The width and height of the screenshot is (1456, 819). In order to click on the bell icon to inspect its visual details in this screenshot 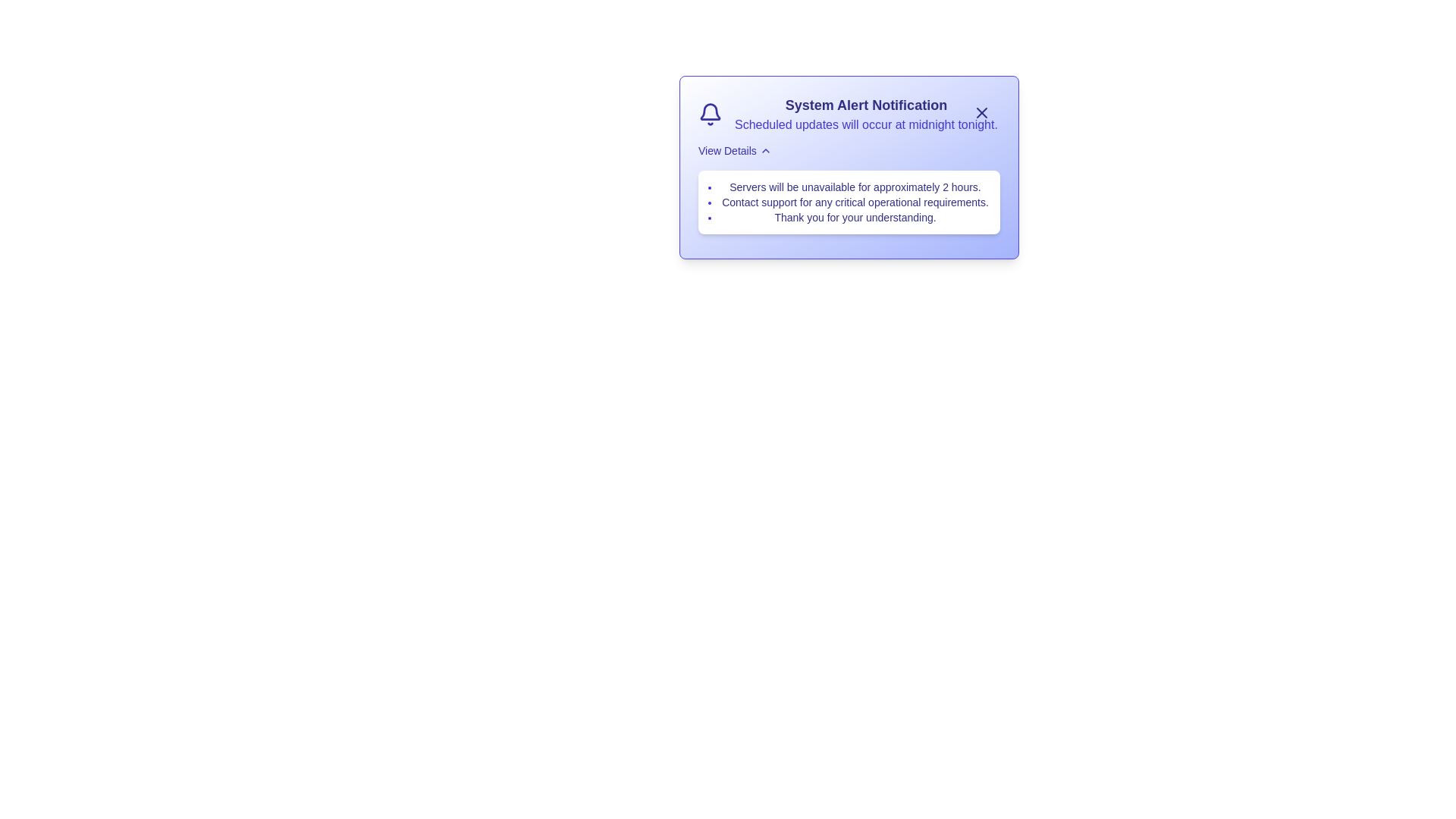, I will do `click(709, 113)`.